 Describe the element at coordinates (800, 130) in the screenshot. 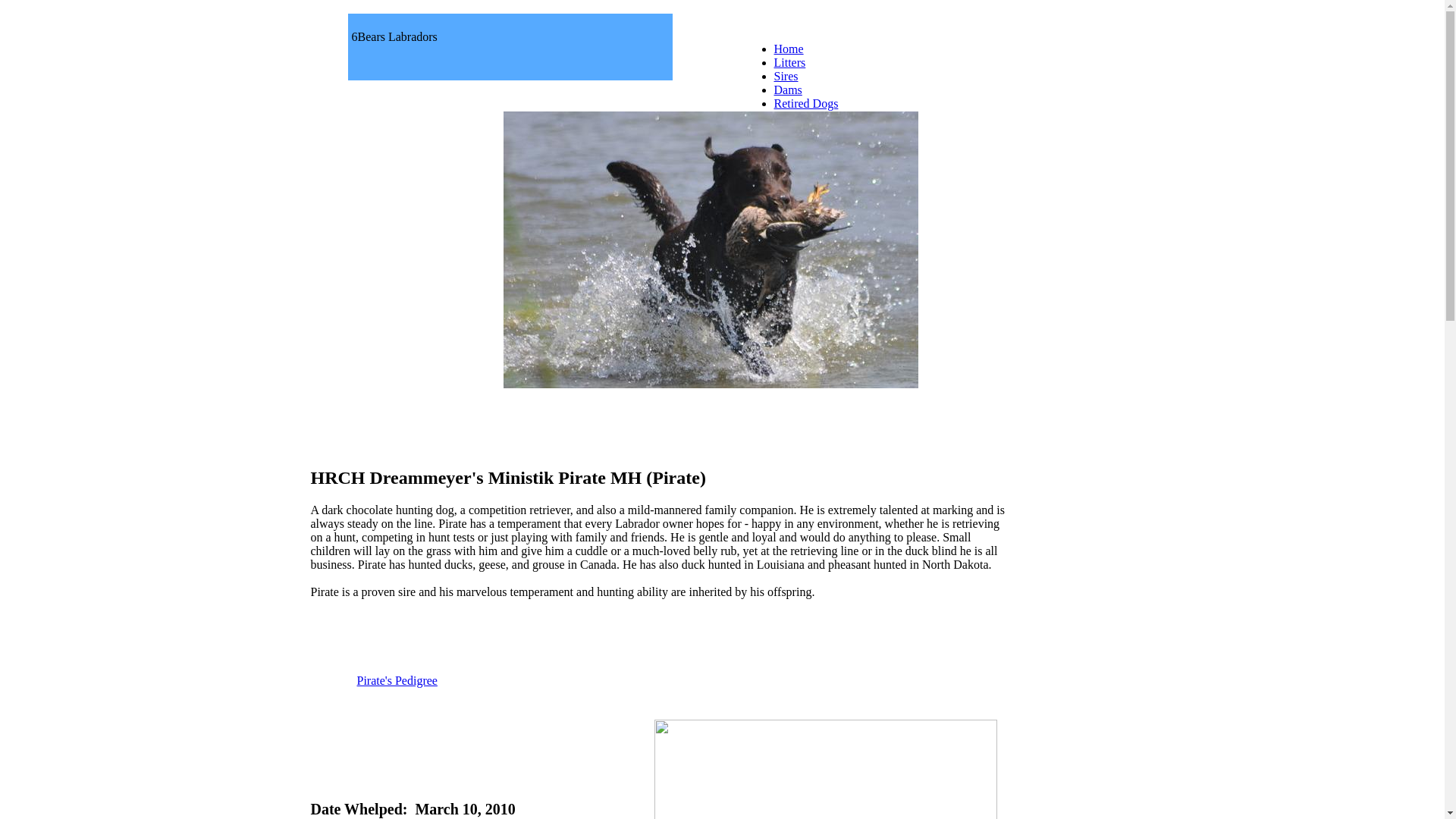

I see `'Contact Us'` at that location.